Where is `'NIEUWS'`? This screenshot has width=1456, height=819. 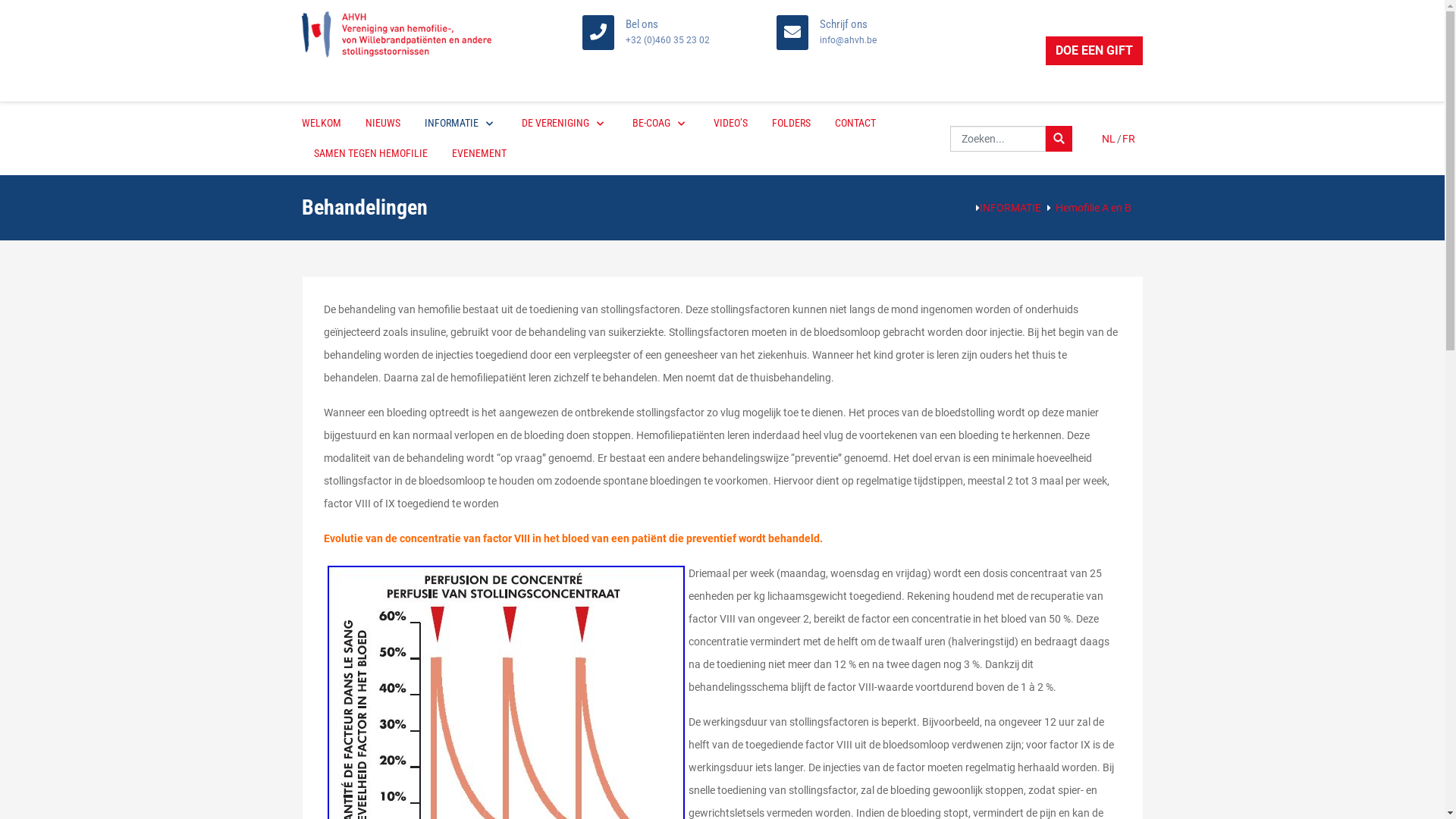
'NIEUWS' is located at coordinates (382, 122).